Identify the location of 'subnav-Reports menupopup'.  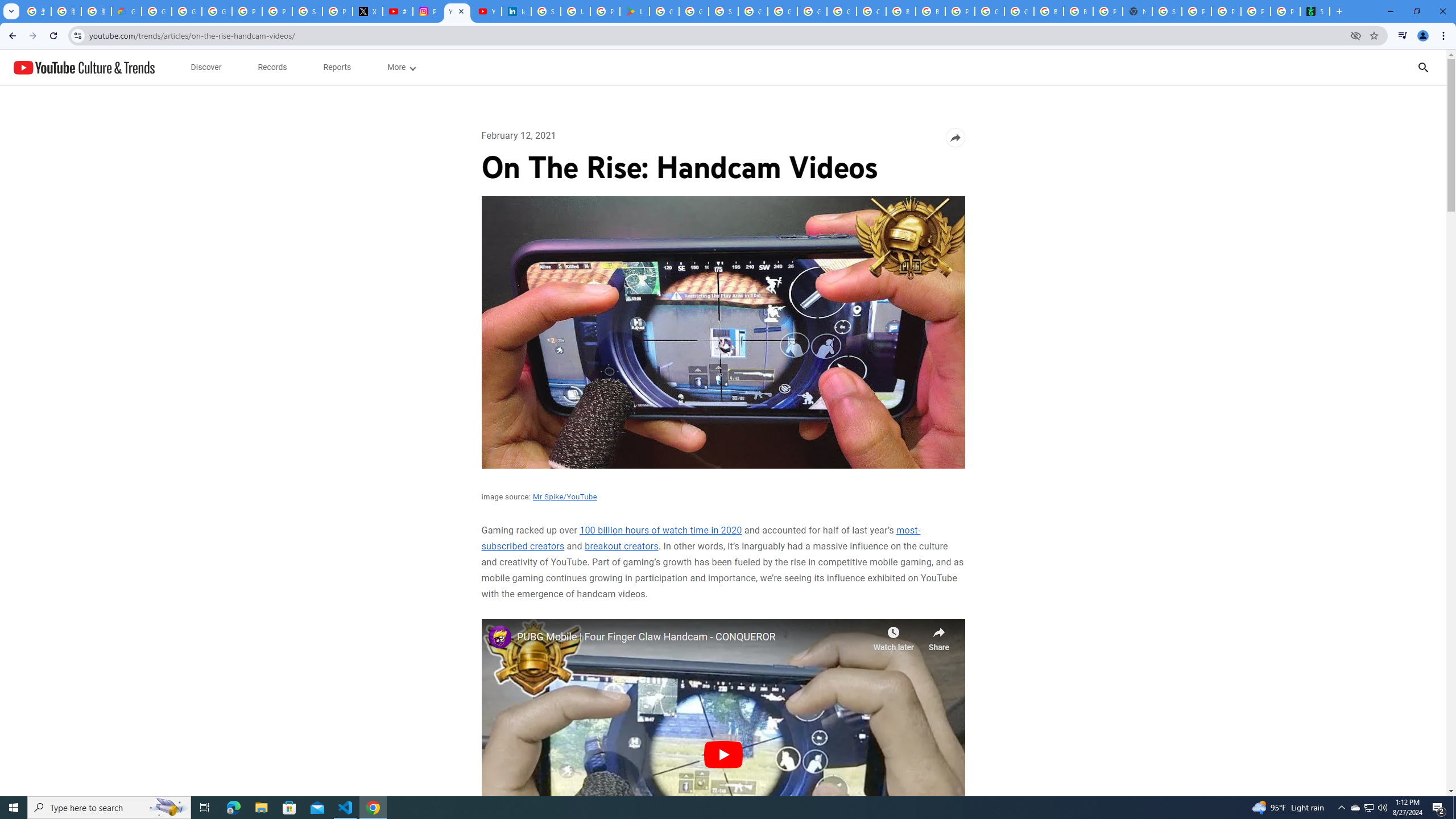
(336, 67).